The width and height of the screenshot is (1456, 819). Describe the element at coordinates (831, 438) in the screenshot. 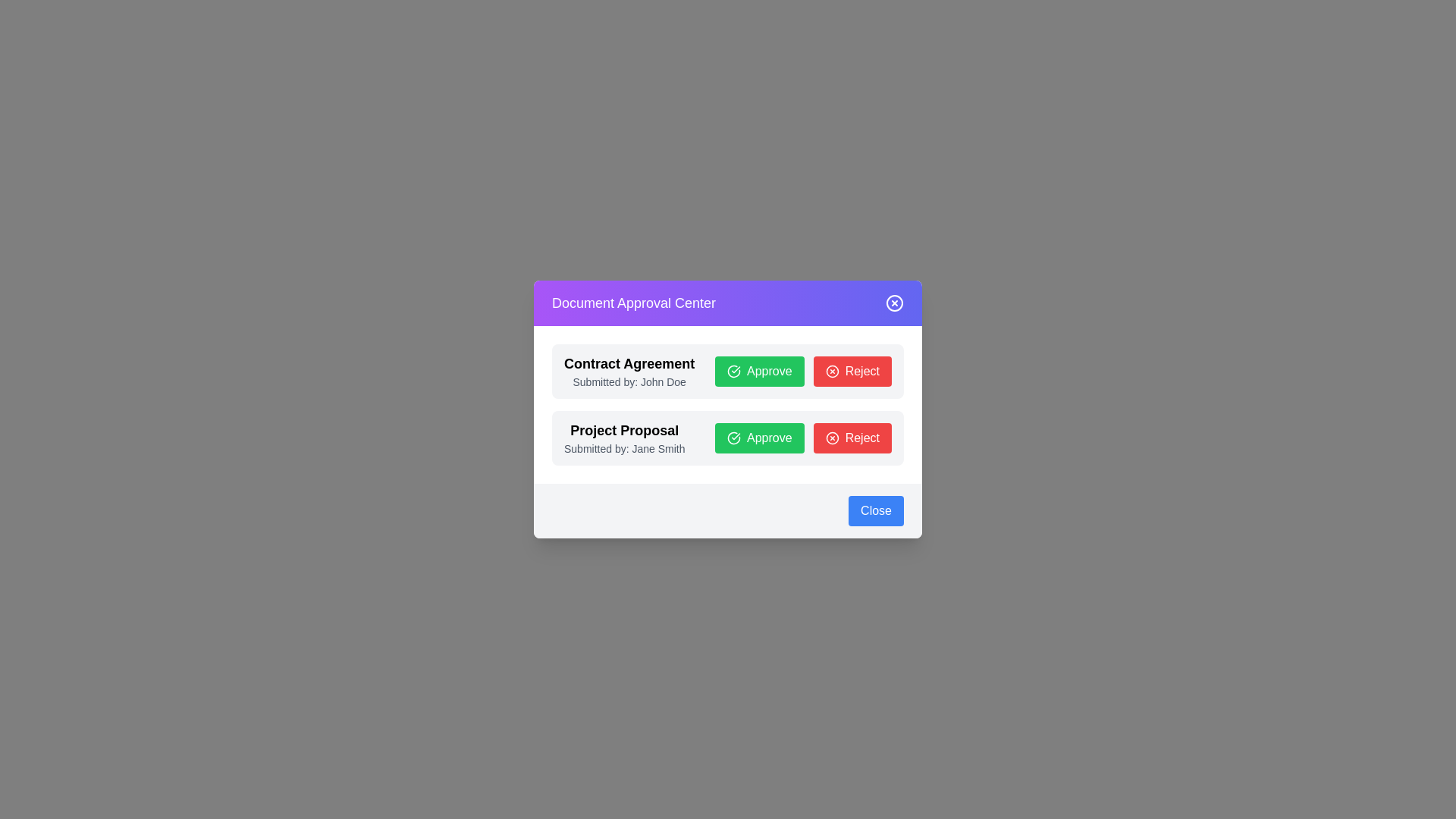

I see `the circular red outlined icon with a white 'X' symbol located within the 'Reject' button in the second row of the interface, which is under the 'Project Proposal' section` at that location.